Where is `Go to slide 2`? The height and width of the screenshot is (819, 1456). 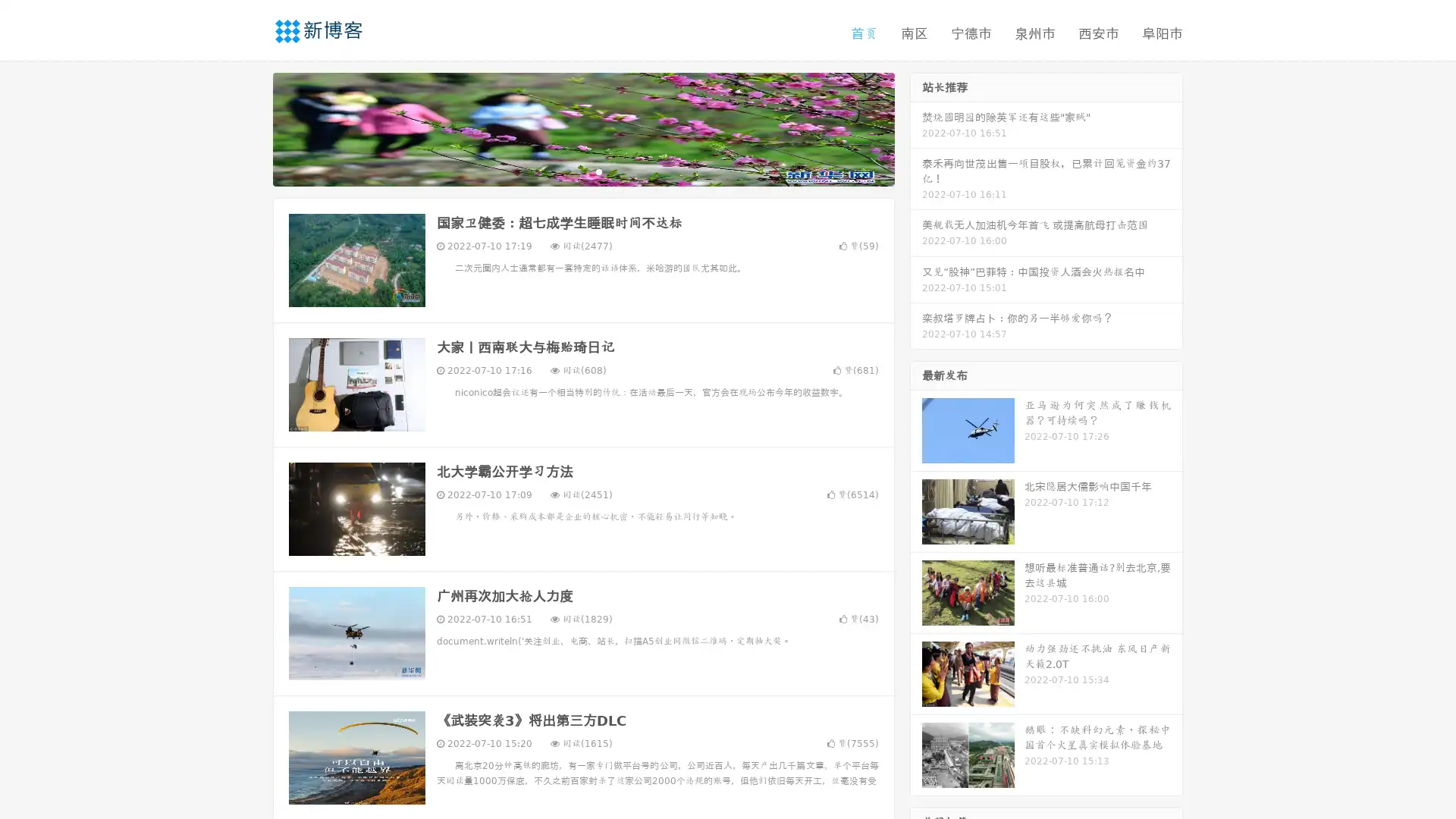
Go to slide 2 is located at coordinates (582, 171).